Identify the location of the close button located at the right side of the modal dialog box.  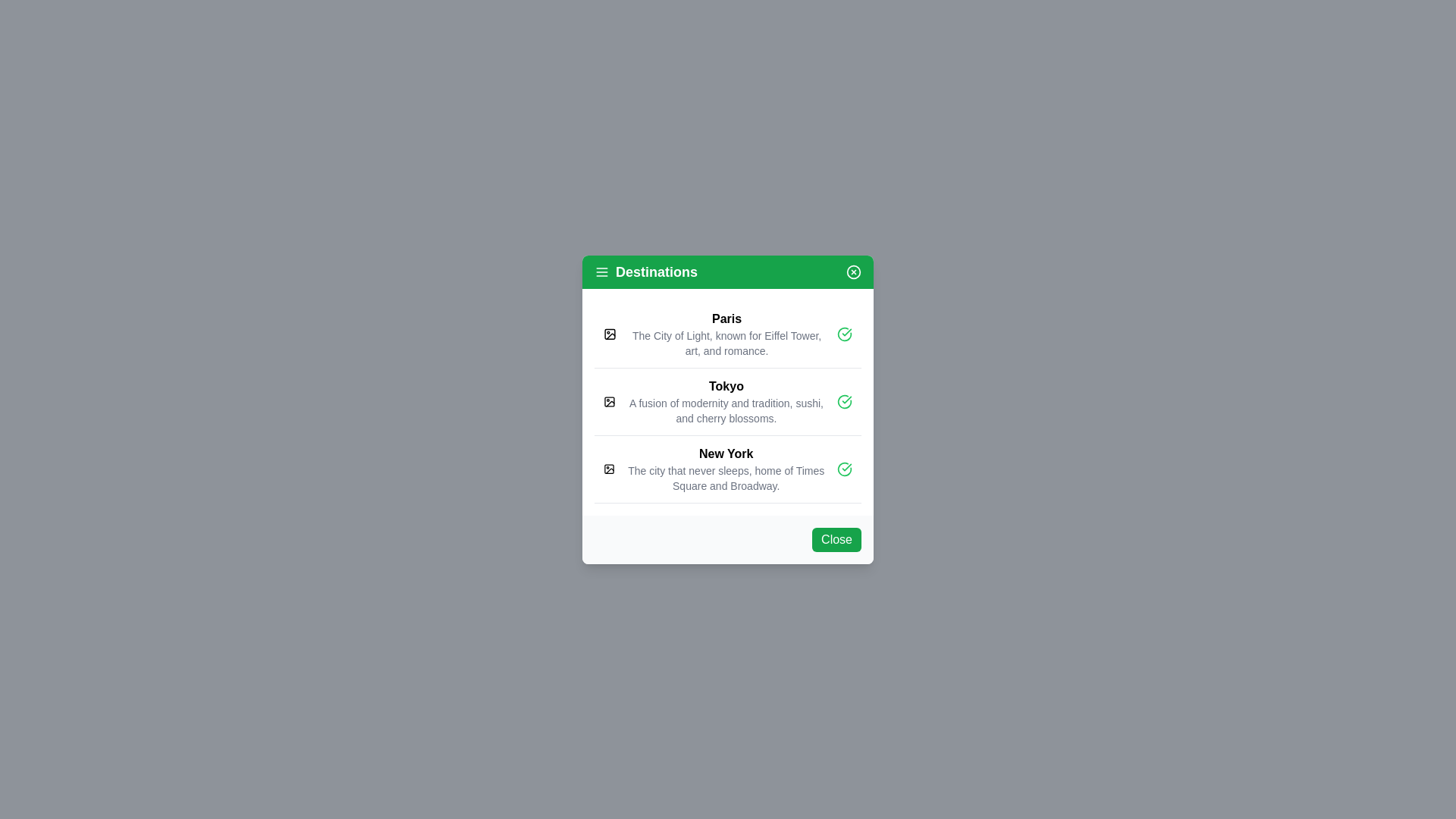
(836, 538).